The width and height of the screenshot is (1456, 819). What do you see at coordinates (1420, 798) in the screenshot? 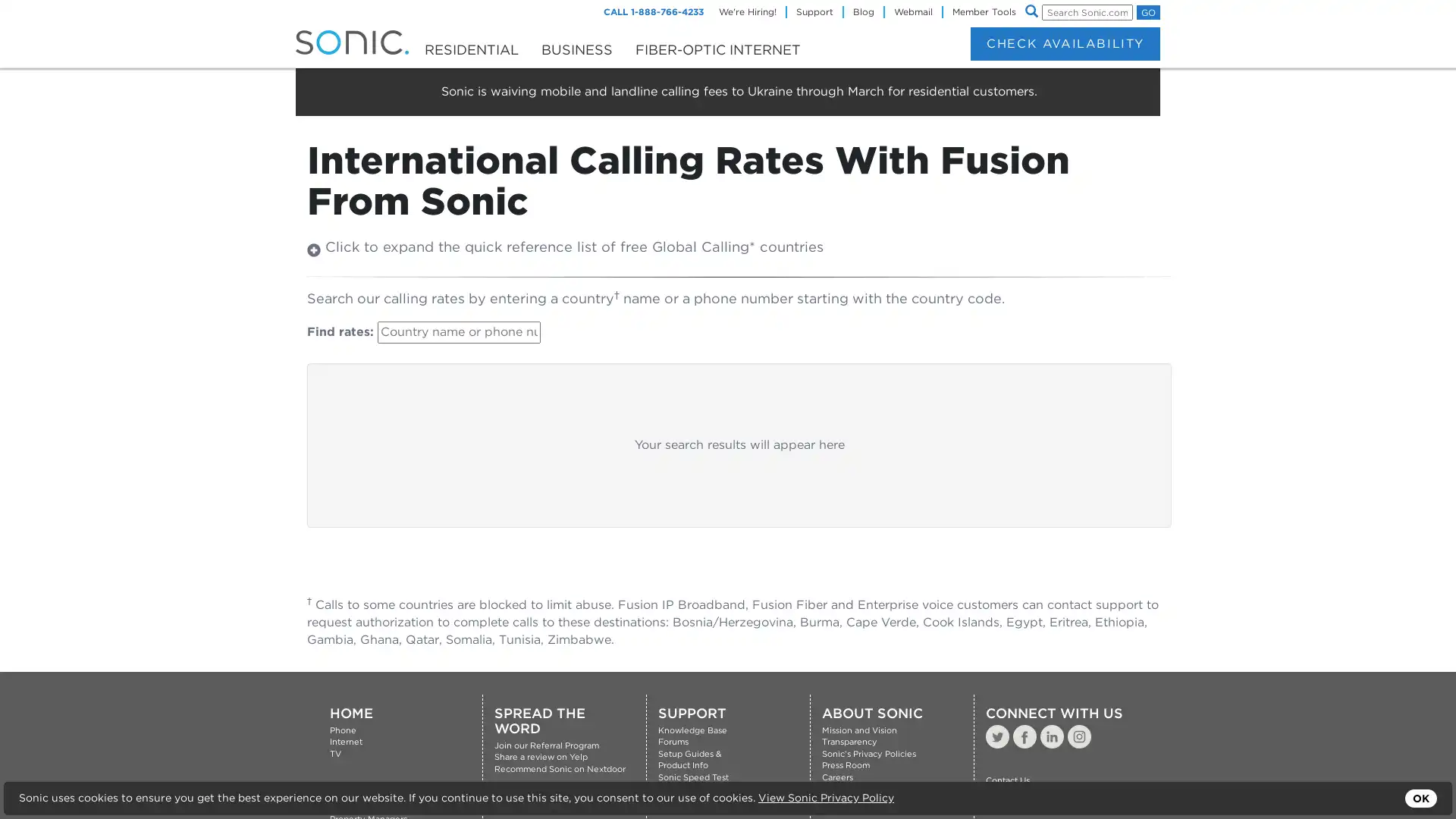
I see `OK` at bounding box center [1420, 798].